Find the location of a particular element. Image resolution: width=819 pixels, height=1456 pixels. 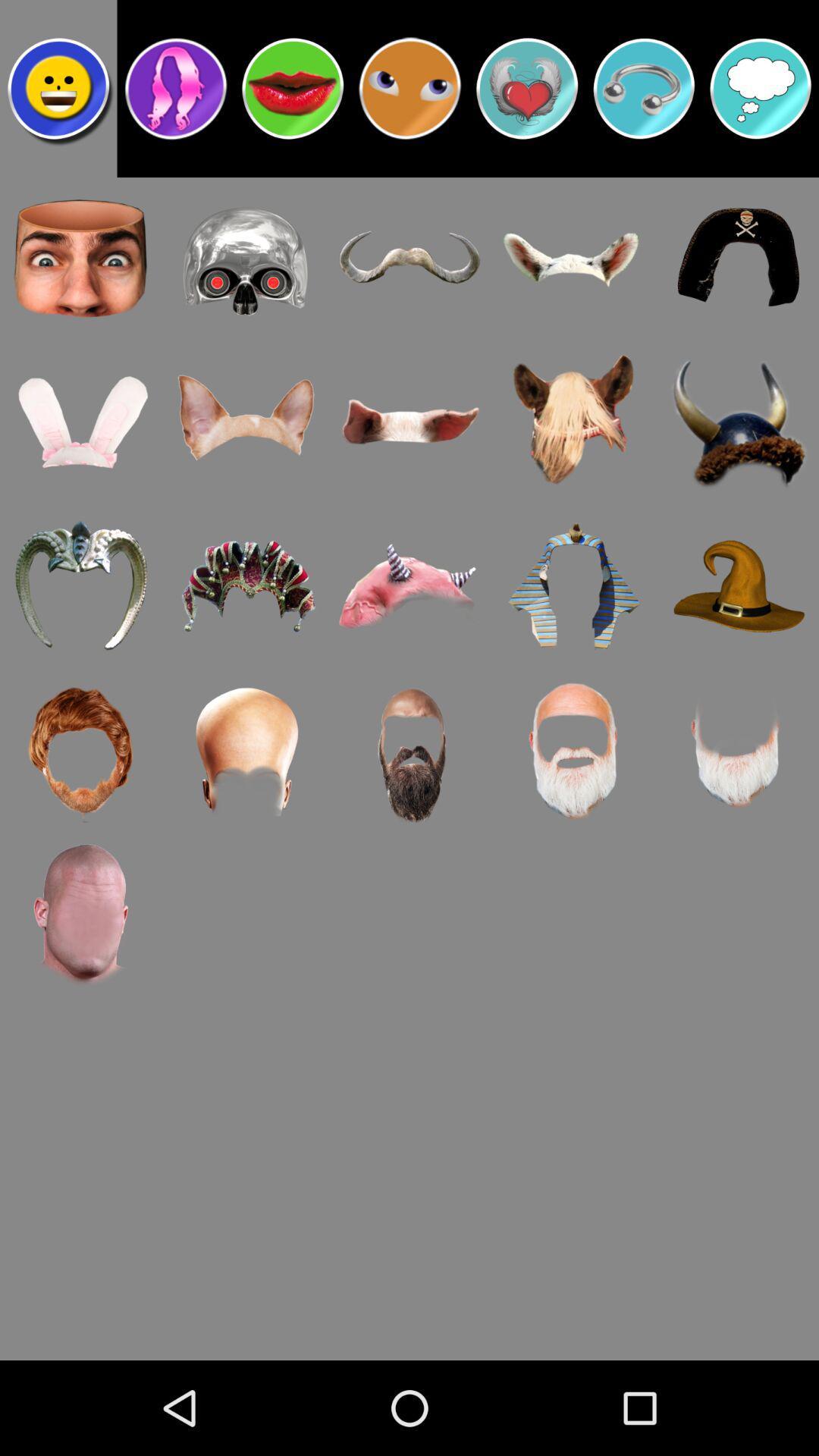

eyes emoji is located at coordinates (409, 87).